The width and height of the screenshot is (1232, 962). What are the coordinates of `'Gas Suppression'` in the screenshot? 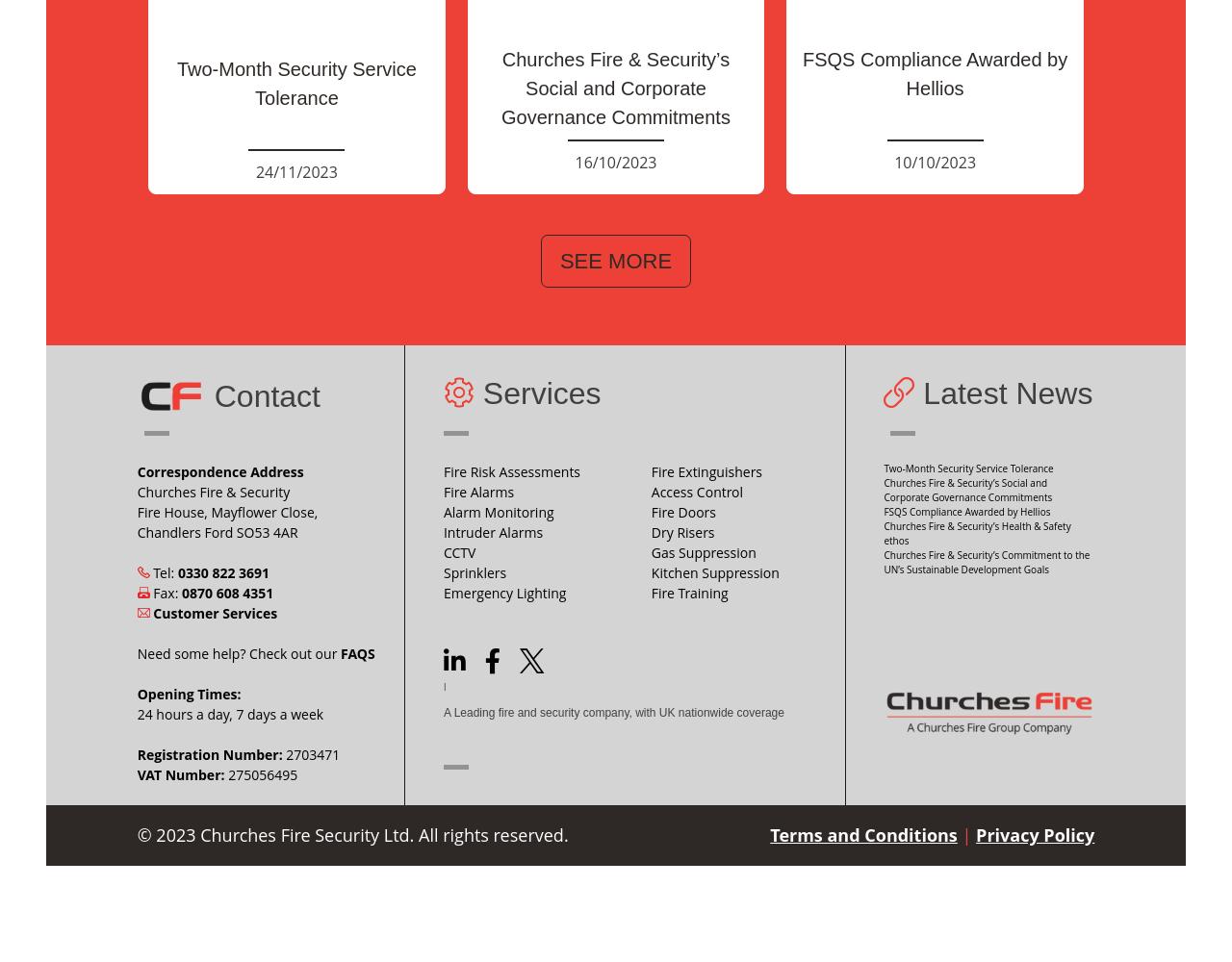 It's located at (702, 550).